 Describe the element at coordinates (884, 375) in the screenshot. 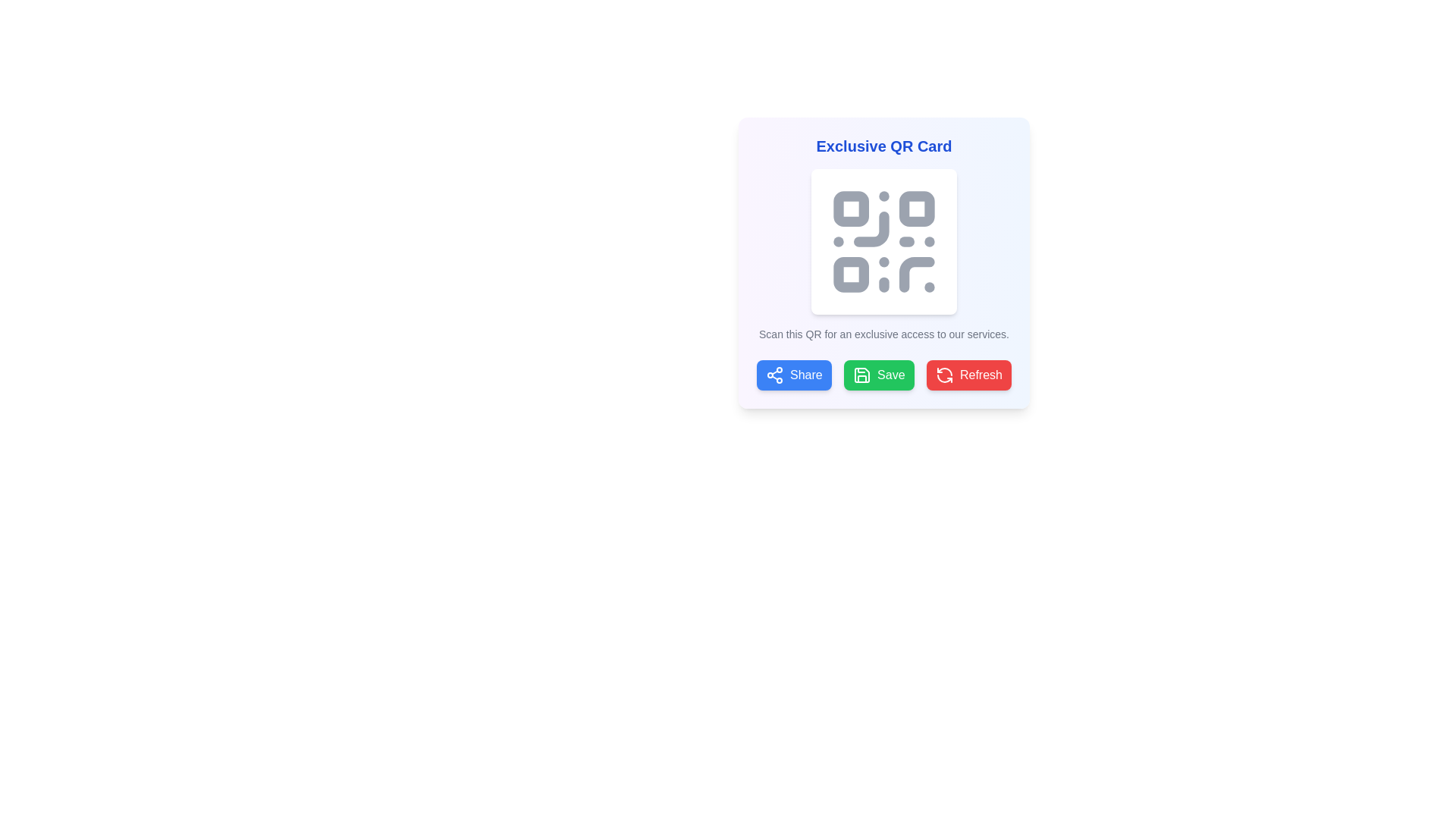

I see `the 'Save' button, which is the second button in a horizontal row of three buttons at the bottom of the 'Exclusive QR Card' component` at that location.